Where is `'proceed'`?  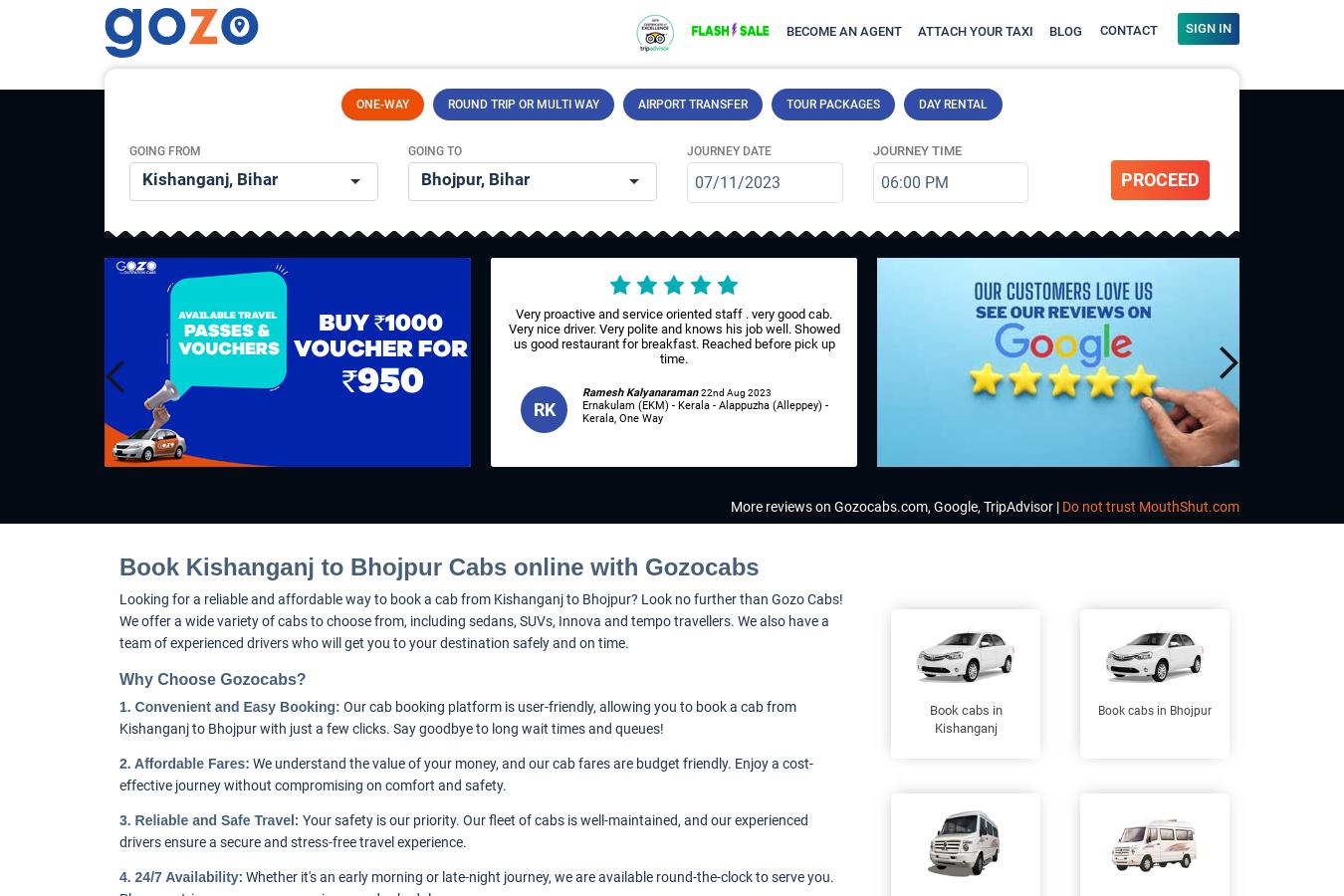 'proceed' is located at coordinates (1119, 179).